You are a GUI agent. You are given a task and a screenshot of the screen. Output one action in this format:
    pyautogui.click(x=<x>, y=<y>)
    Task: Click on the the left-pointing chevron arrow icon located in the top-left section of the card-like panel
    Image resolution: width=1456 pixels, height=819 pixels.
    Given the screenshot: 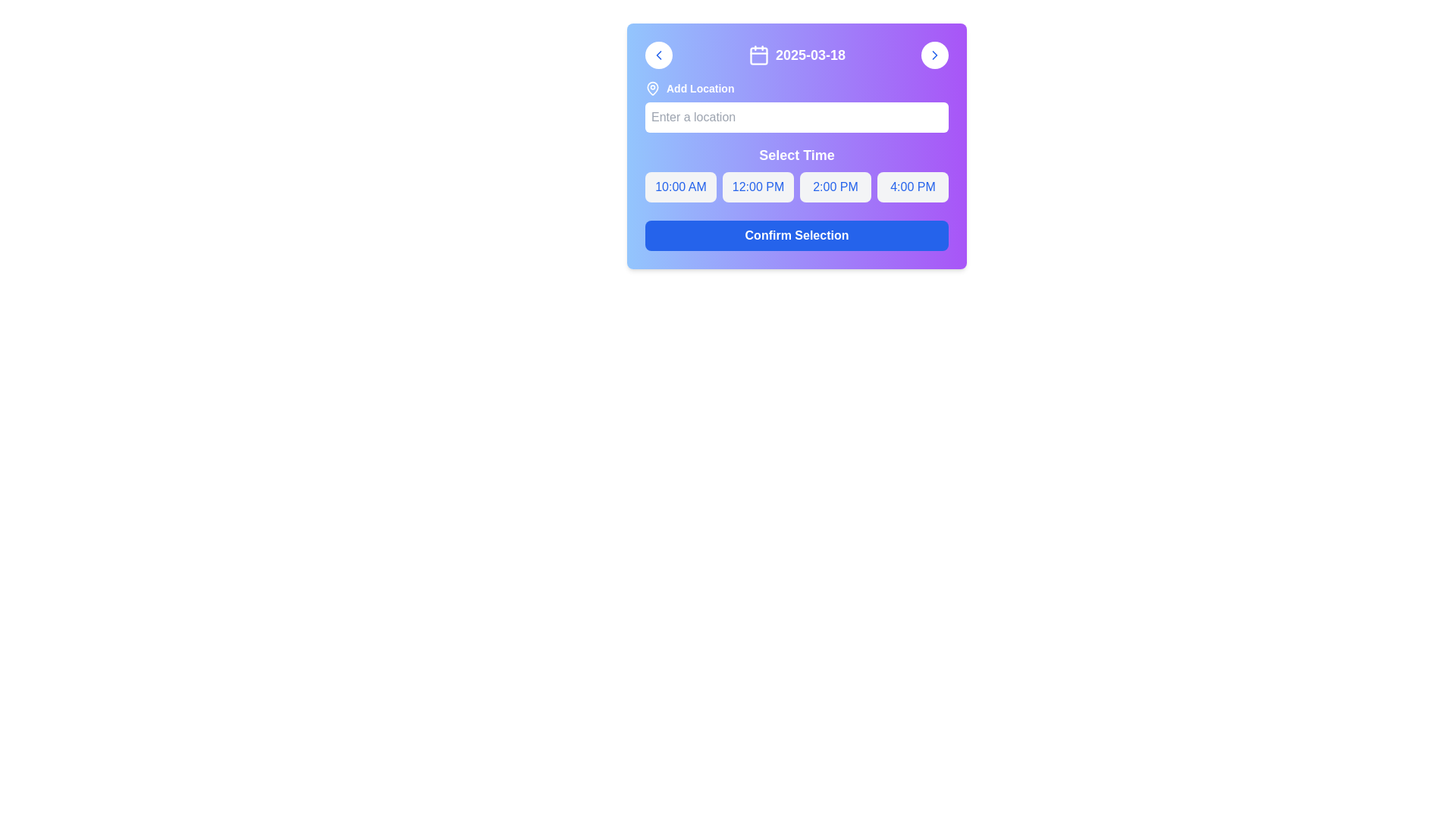 What is the action you would take?
    pyautogui.click(x=658, y=55)
    